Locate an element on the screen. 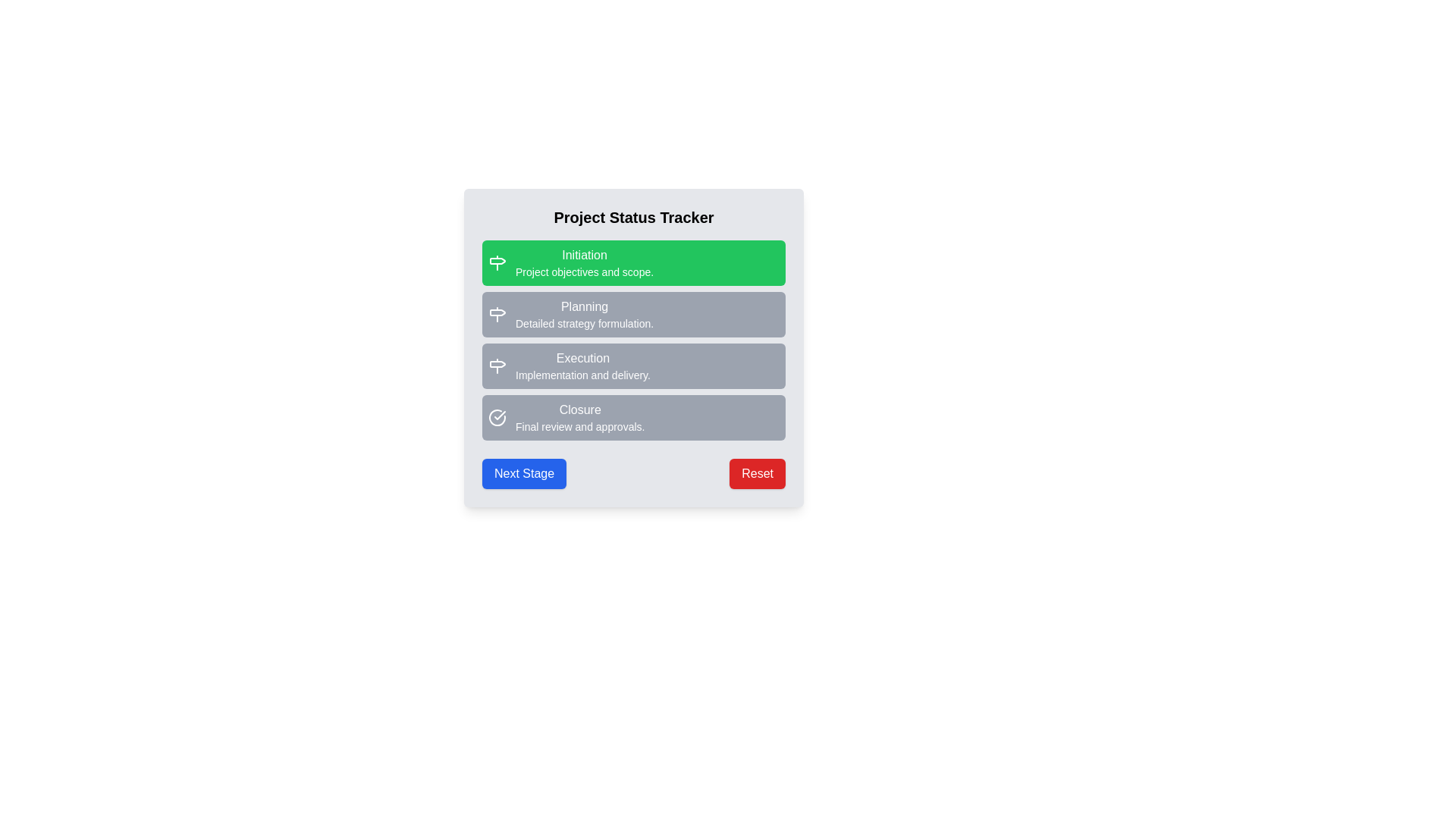 This screenshot has width=1456, height=819. the completion status icon representing the 'Closure' stage in the progress tracker UI, located to the far left of the 'Closure' section is located at coordinates (497, 418).